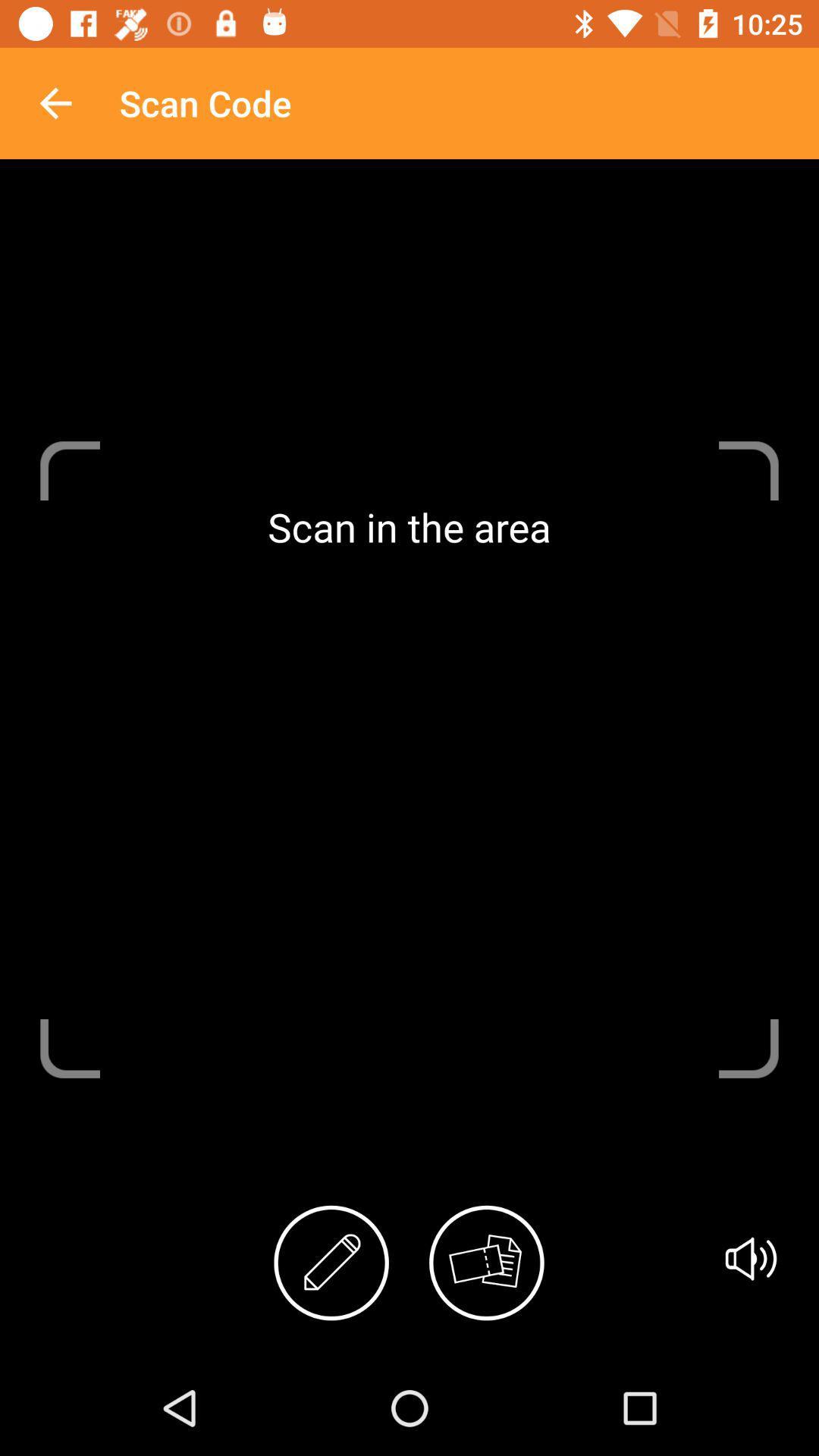 This screenshot has height=1456, width=819. Describe the element at coordinates (487, 1263) in the screenshot. I see `icon below the scan in the` at that location.